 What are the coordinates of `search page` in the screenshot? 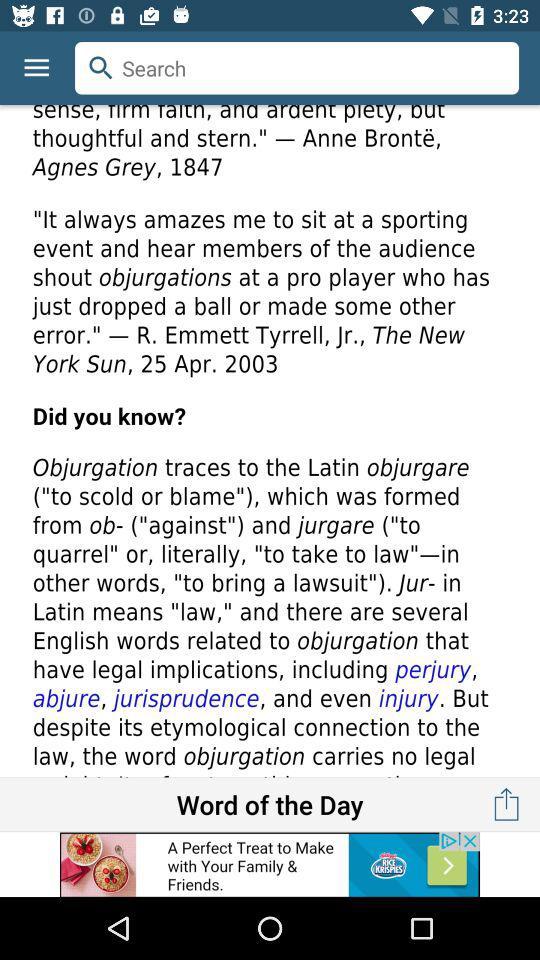 It's located at (270, 441).